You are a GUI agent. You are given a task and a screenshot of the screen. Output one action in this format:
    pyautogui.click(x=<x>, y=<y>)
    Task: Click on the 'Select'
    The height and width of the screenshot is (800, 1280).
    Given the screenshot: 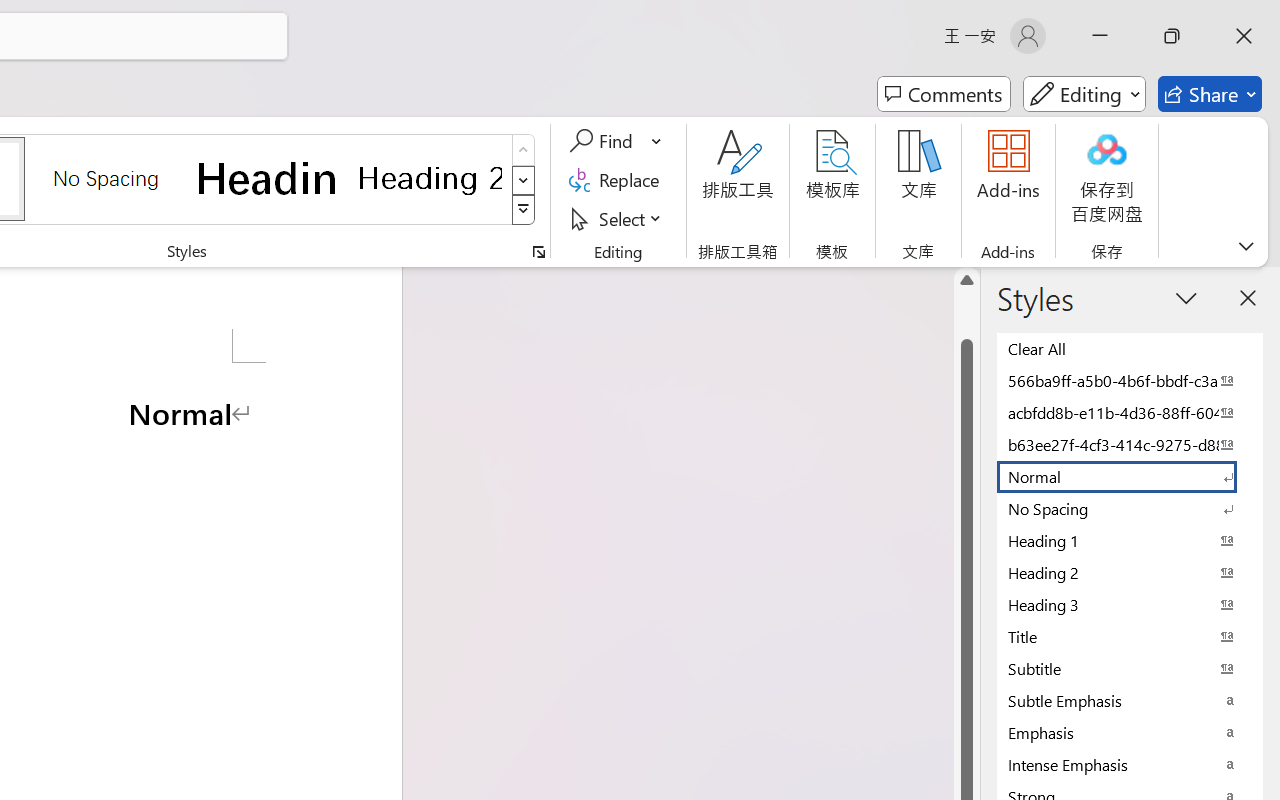 What is the action you would take?
    pyautogui.click(x=617, y=218)
    